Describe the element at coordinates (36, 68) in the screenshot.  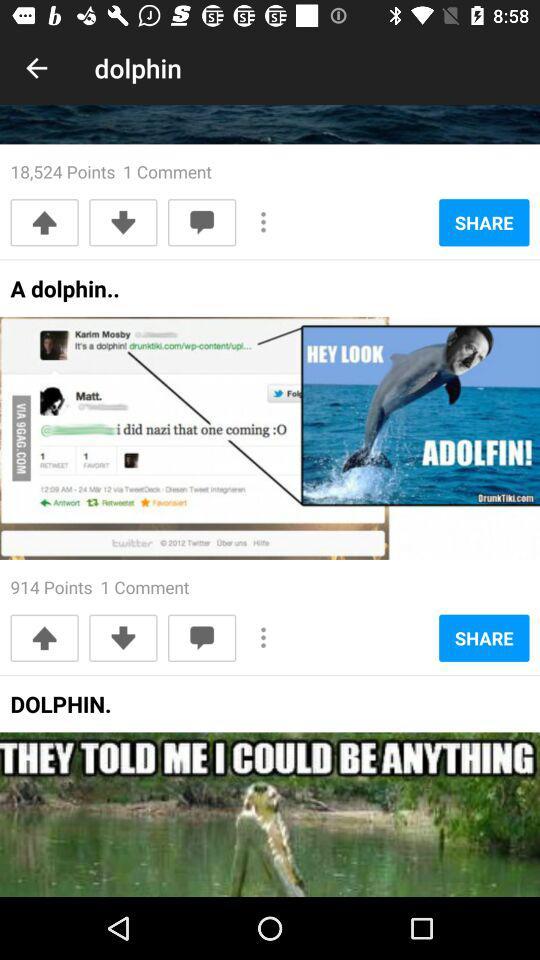
I see `icon next to the dolphin item` at that location.